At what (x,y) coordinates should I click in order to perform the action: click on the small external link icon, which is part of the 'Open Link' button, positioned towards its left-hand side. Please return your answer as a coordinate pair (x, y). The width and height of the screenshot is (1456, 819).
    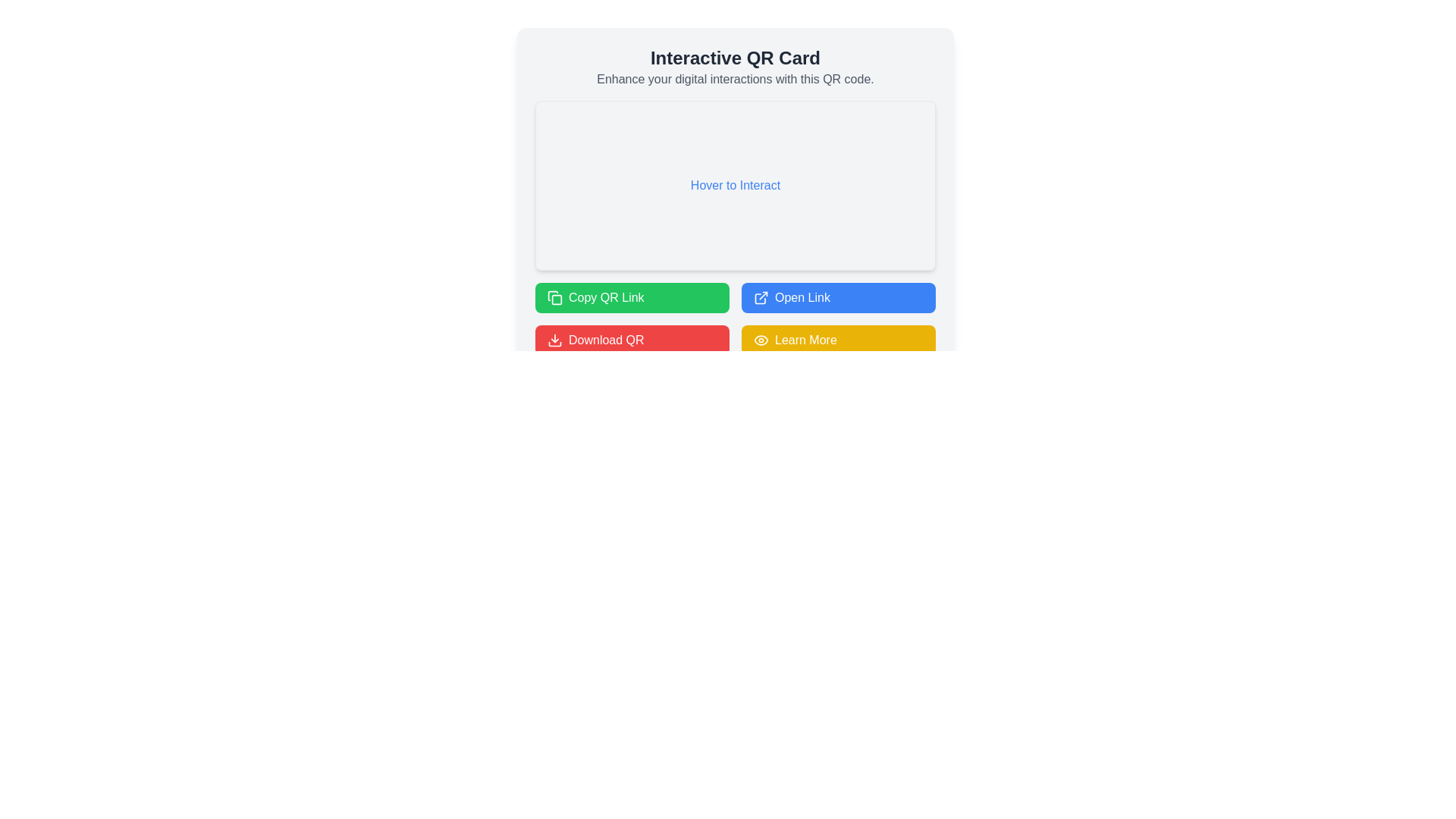
    Looking at the image, I should click on (761, 298).